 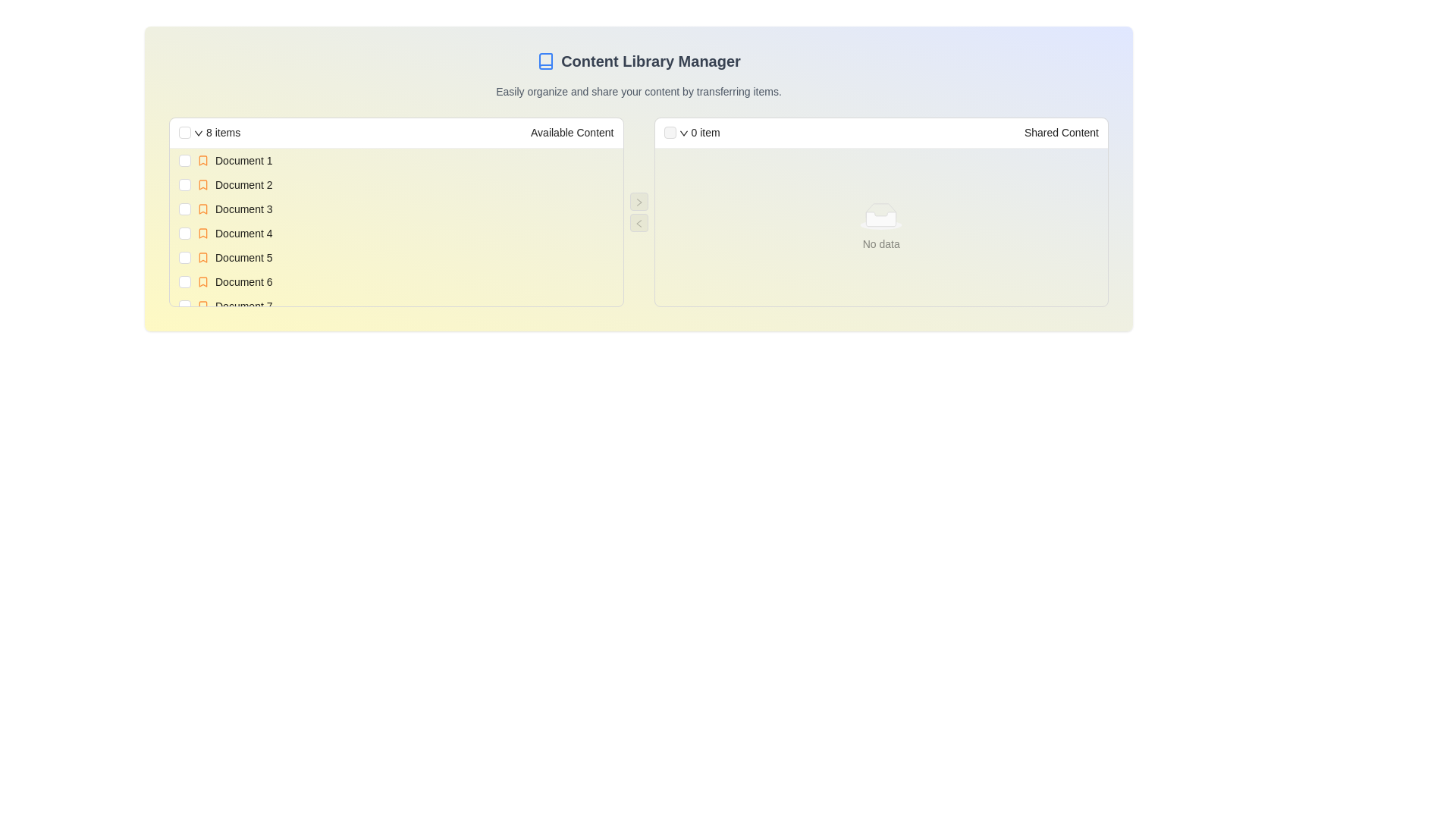 What do you see at coordinates (639, 61) in the screenshot?
I see `the UI Header at the center-top of the visible interface that communicates the title and purpose of the current application view` at bounding box center [639, 61].